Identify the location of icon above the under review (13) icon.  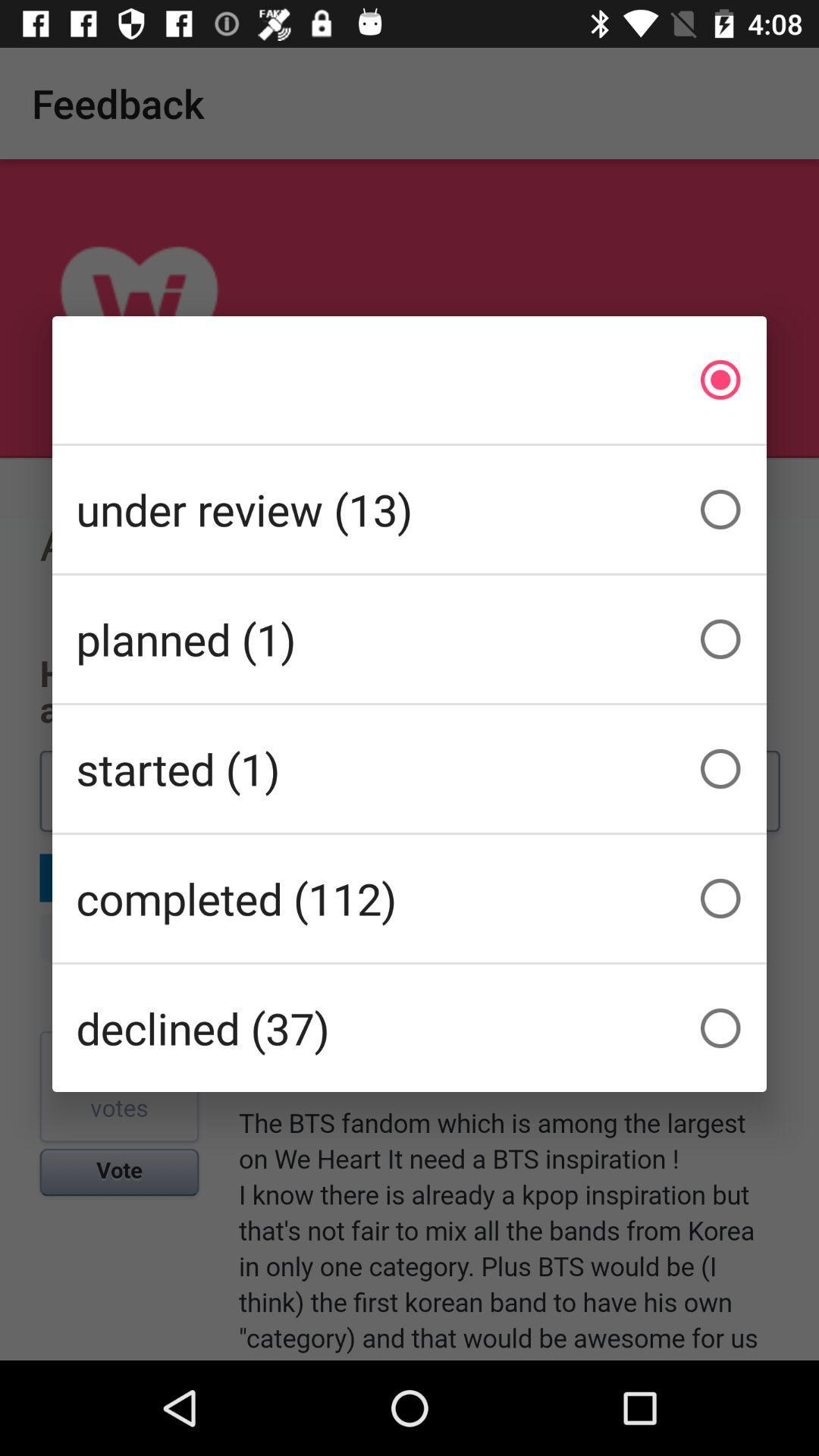
(409, 379).